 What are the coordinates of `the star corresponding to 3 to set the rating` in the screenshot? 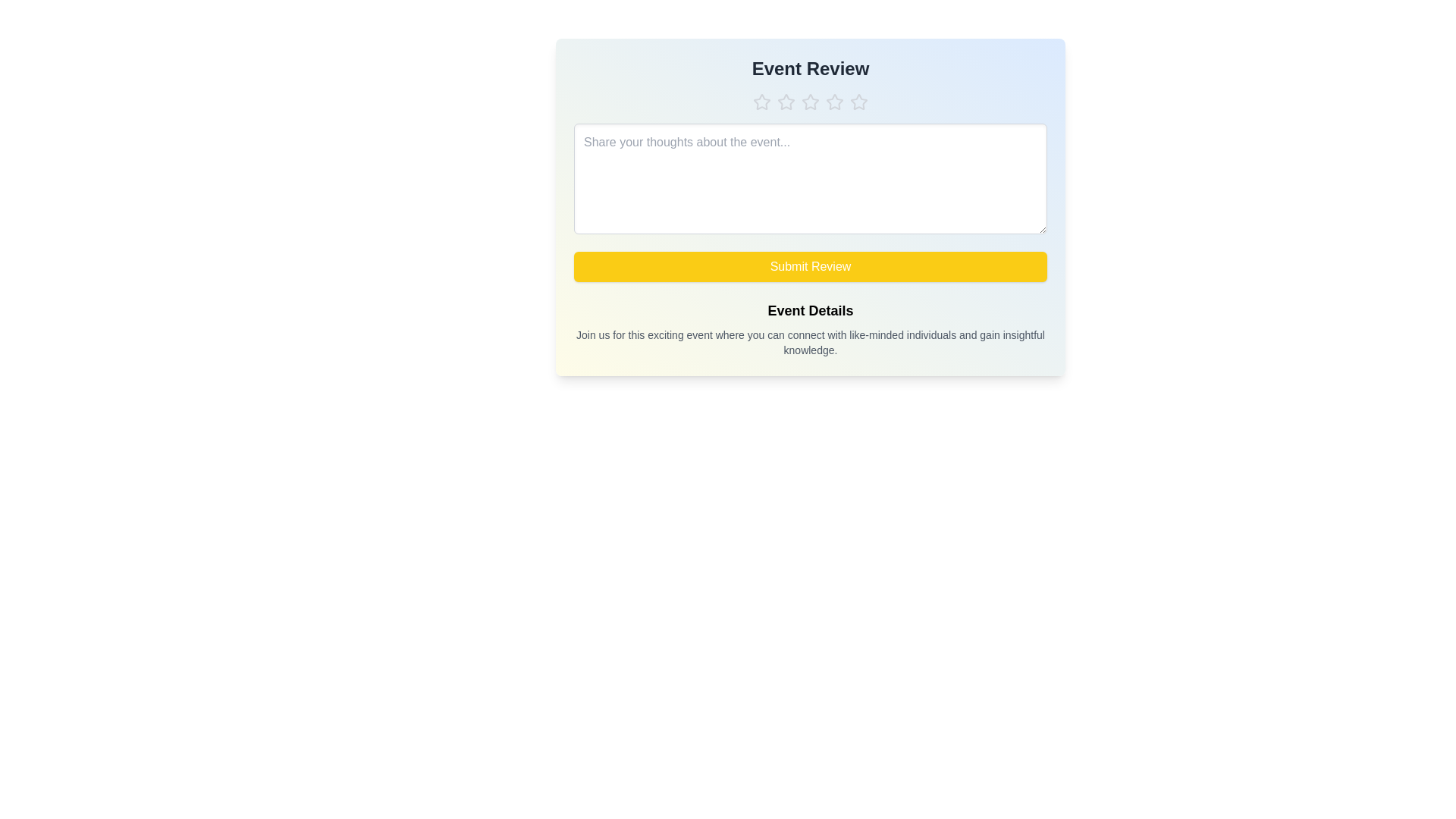 It's located at (810, 102).